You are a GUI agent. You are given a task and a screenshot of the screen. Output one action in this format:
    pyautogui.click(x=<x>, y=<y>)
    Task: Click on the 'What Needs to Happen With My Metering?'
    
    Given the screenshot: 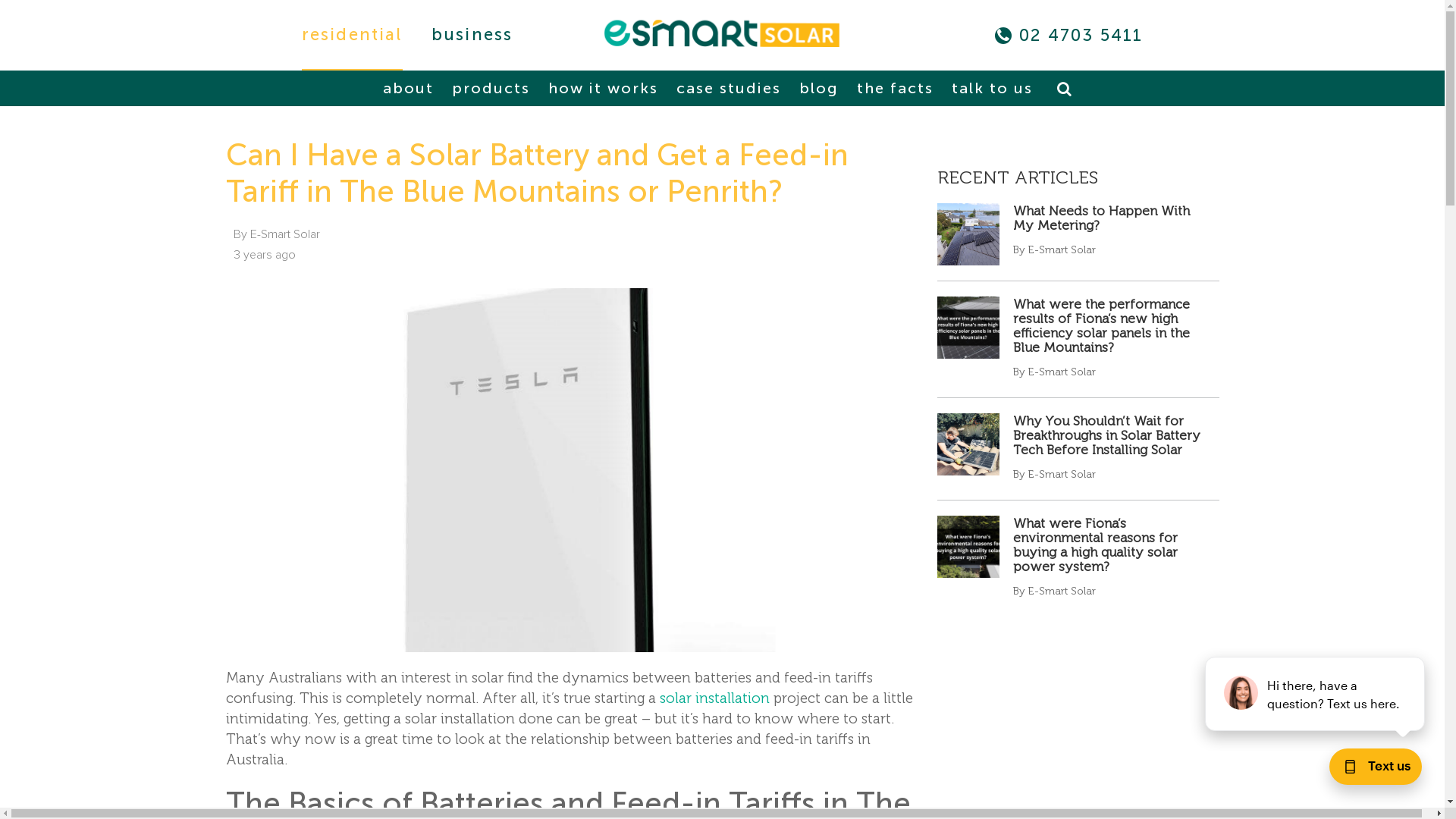 What is the action you would take?
    pyautogui.click(x=1101, y=218)
    